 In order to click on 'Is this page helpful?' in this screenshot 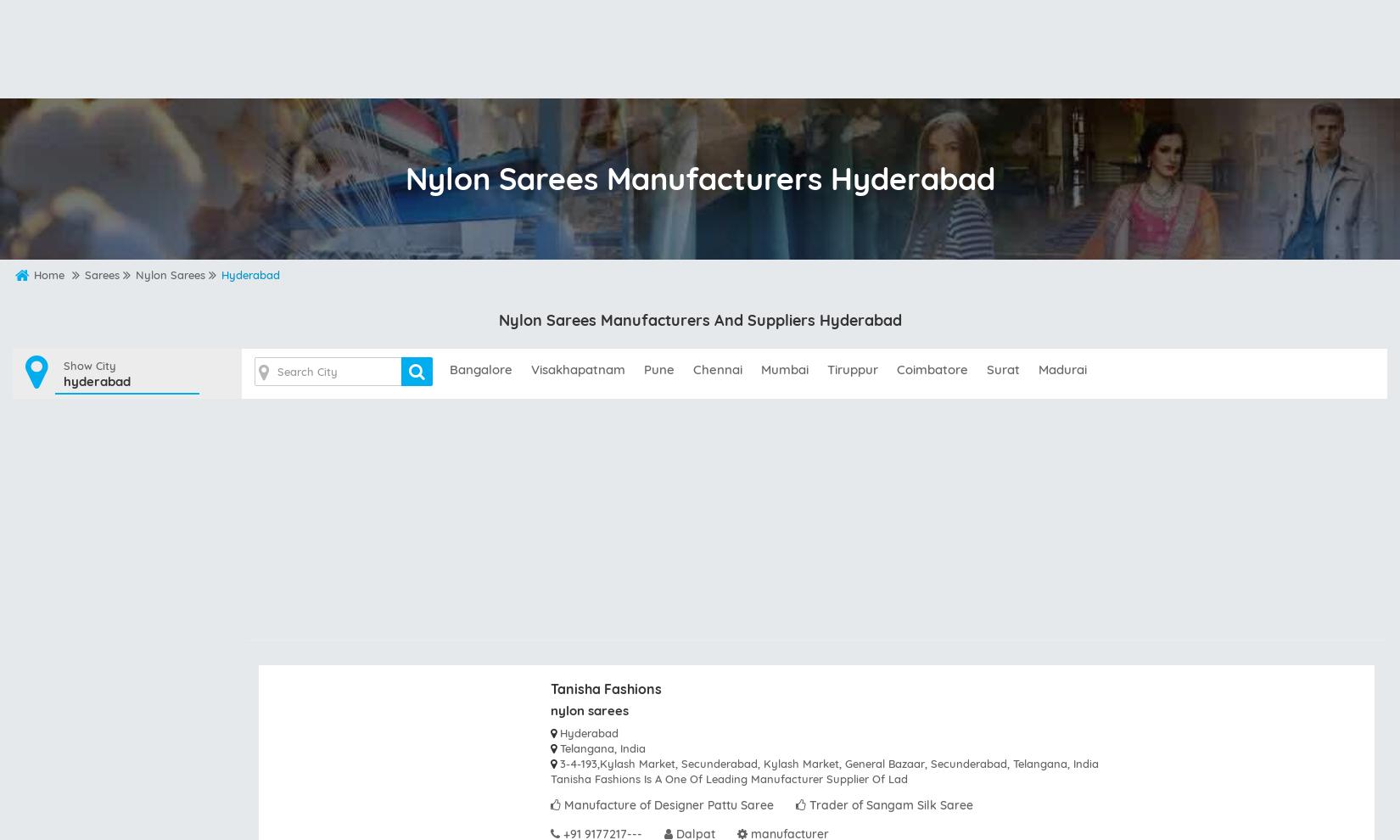, I will do `click(771, 672)`.